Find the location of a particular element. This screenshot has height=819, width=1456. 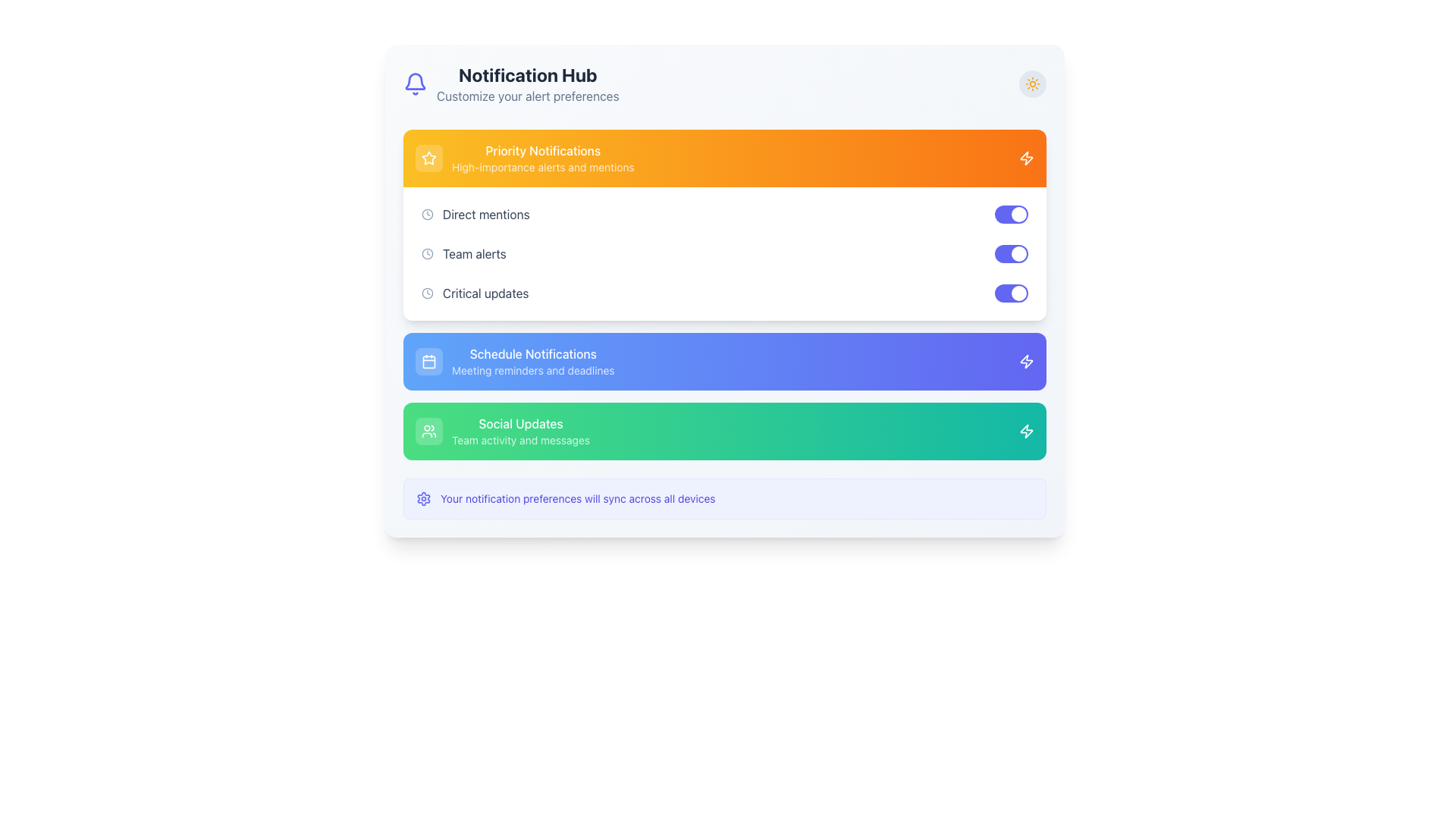

the star icon with a filled outline style, rendered in white, located within the priority notification card at the top of the colored sections, aligned to the left of the text 'Priority Notifications' is located at coordinates (428, 158).